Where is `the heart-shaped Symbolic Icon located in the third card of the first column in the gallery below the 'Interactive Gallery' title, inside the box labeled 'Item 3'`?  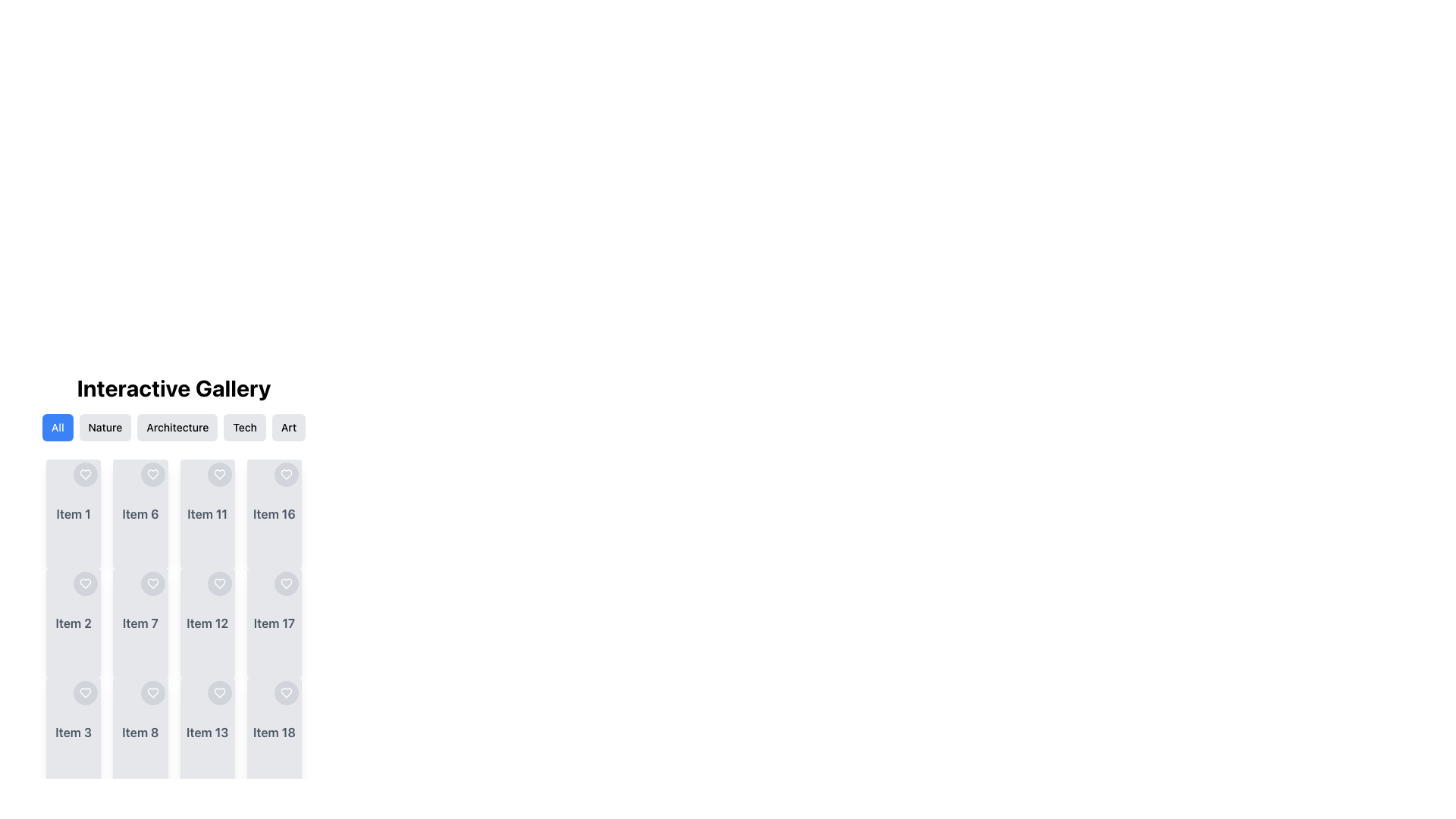 the heart-shaped Symbolic Icon located in the third card of the first column in the gallery below the 'Interactive Gallery' title, inside the box labeled 'Item 3' is located at coordinates (85, 693).